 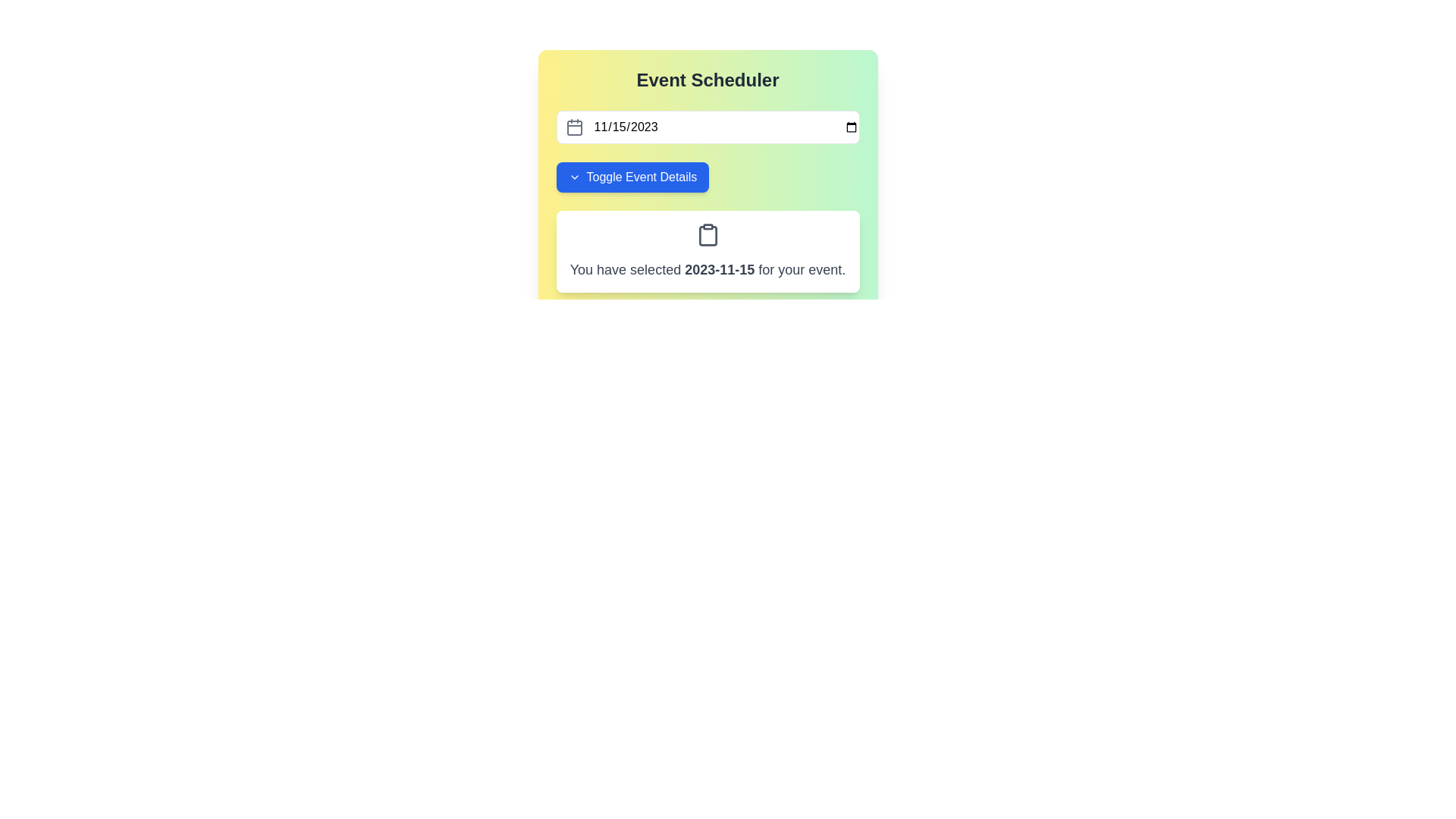 What do you see at coordinates (573, 127) in the screenshot?
I see `the calendar icon located in the top-left corner of the interface, which represents the main body of the calendar functionality` at bounding box center [573, 127].